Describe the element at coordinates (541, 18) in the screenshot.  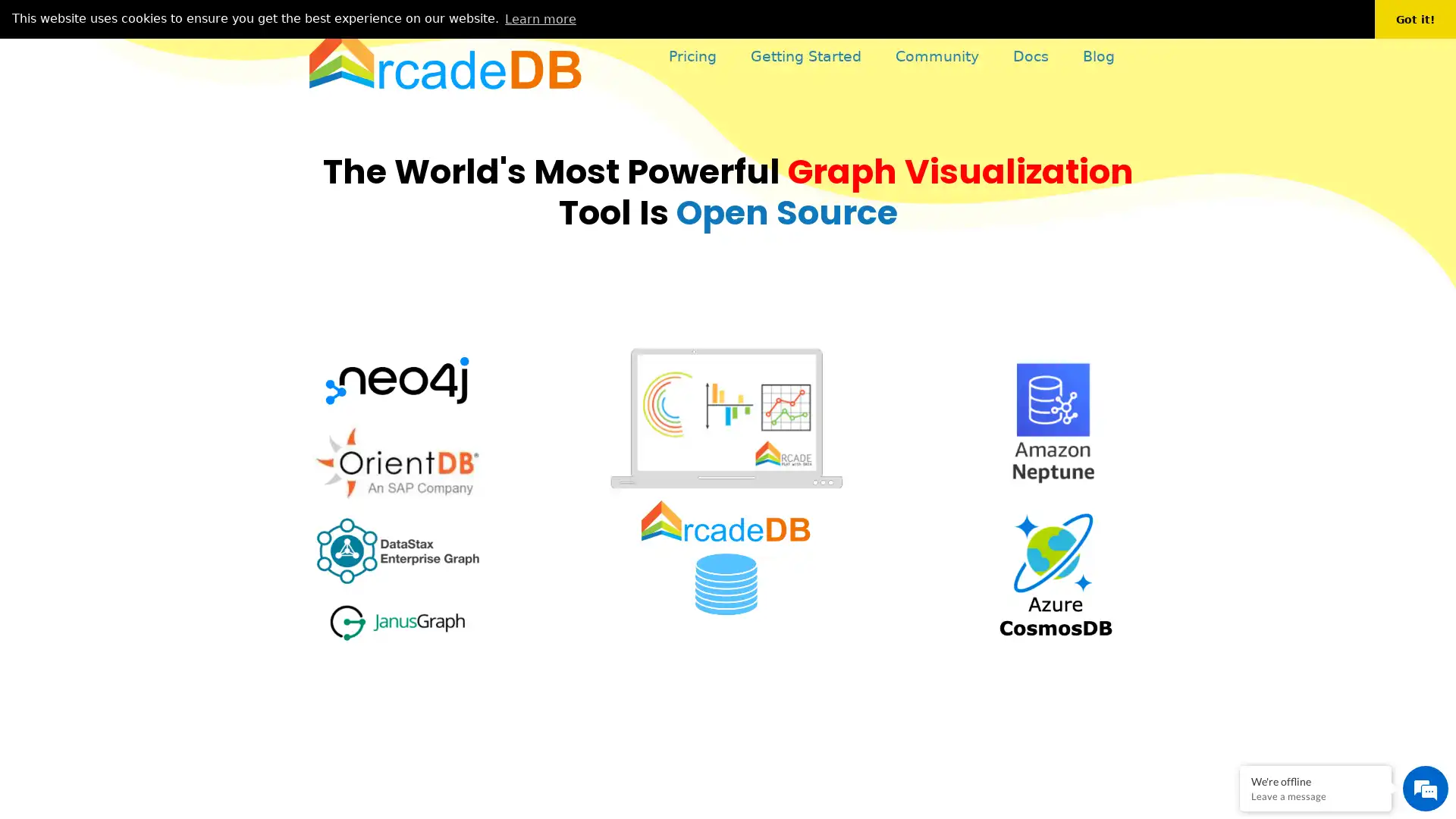
I see `learn more about cookies` at that location.